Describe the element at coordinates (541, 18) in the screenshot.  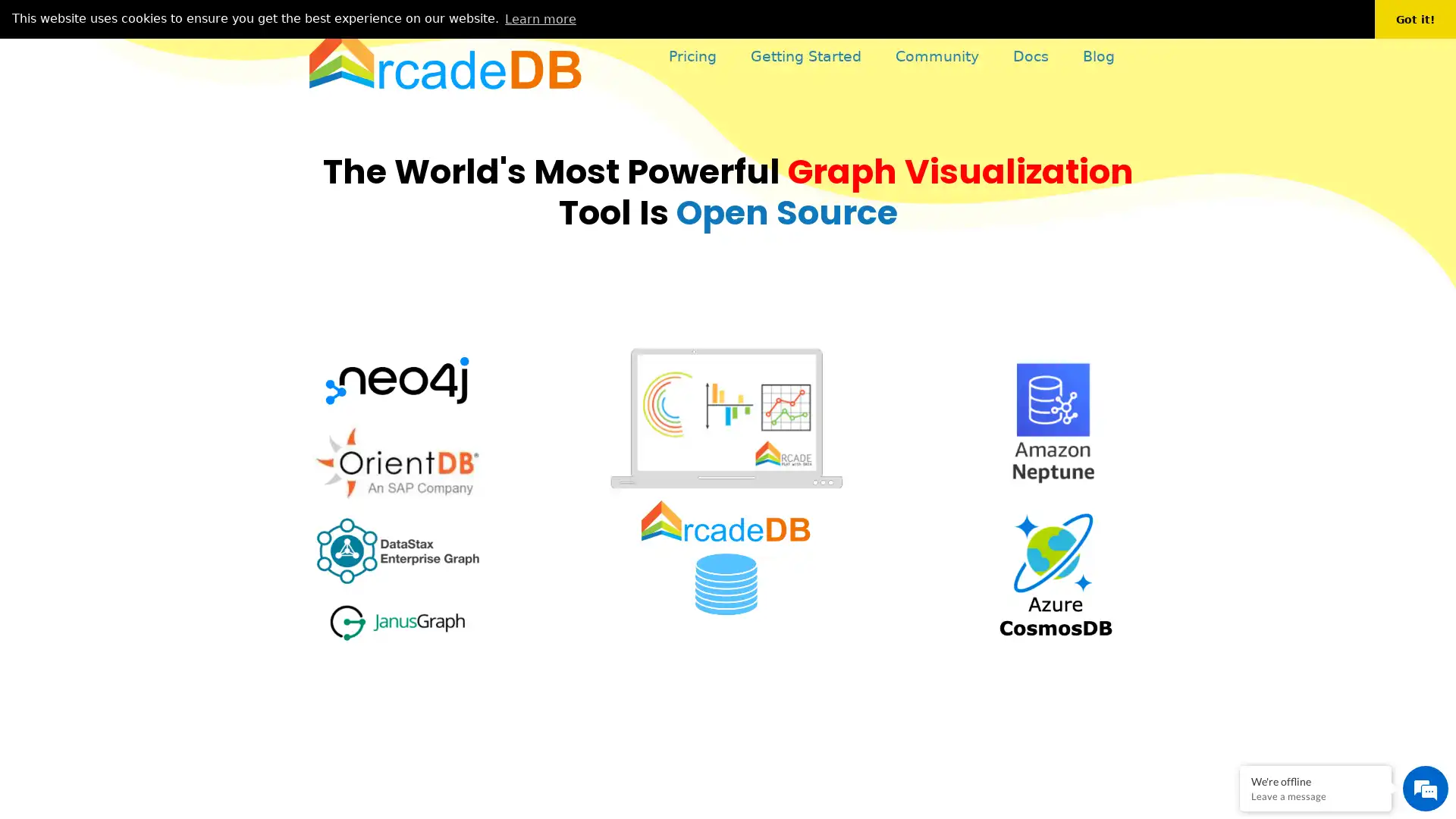
I see `learn more about cookies` at that location.